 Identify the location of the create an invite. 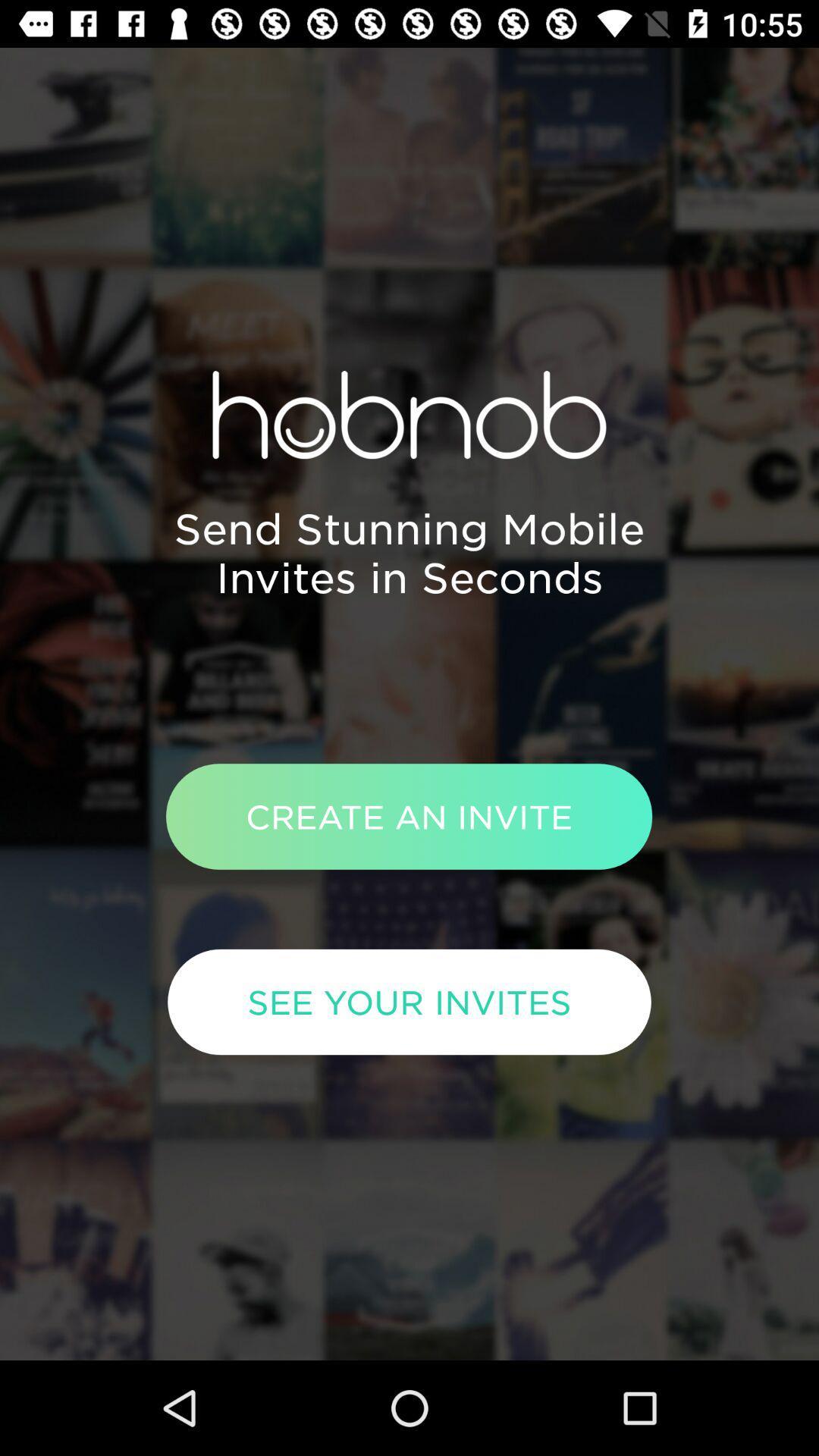
(408, 815).